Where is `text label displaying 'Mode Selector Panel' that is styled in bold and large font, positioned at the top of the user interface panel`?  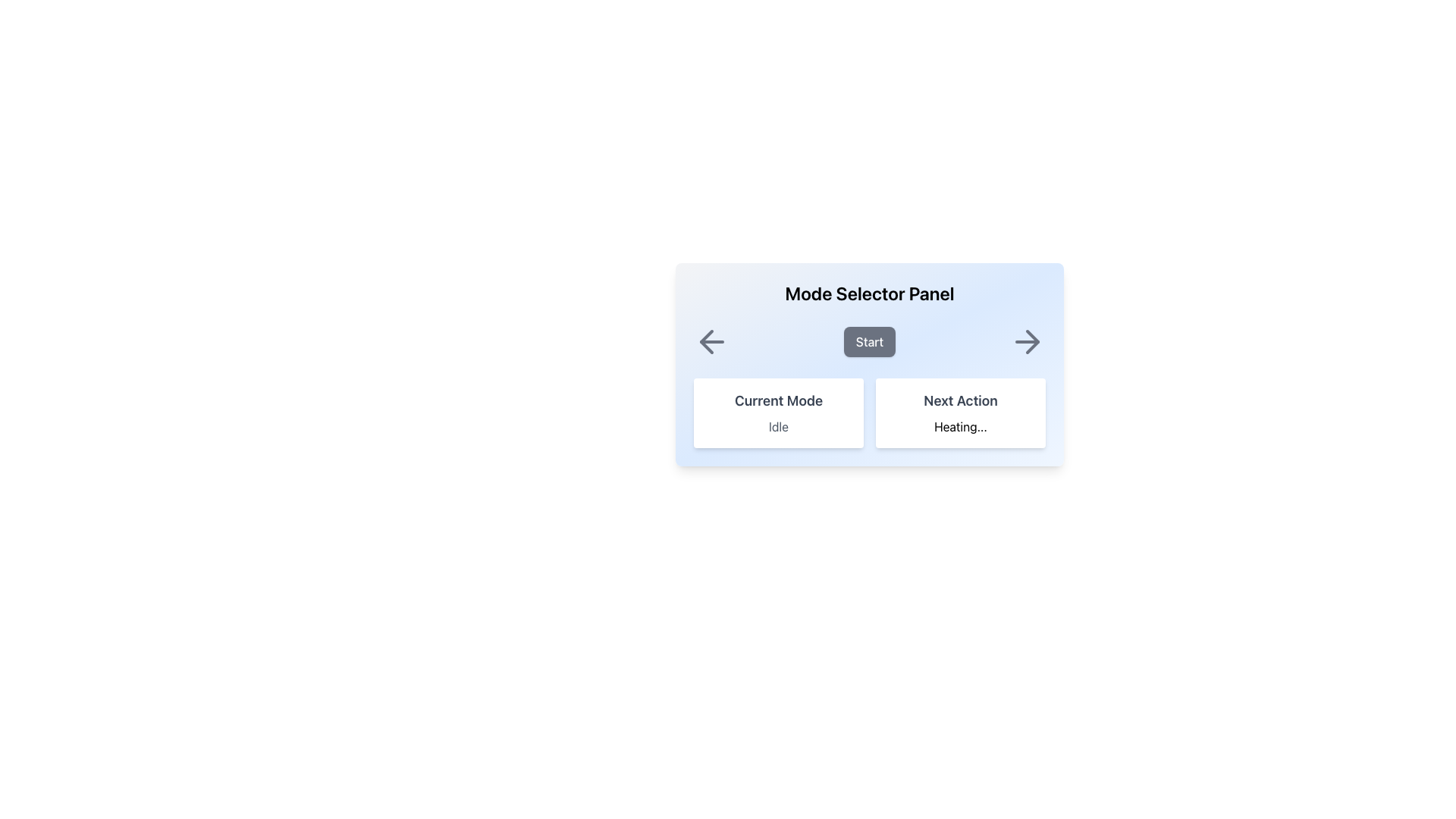 text label displaying 'Mode Selector Panel' that is styled in bold and large font, positioned at the top of the user interface panel is located at coordinates (870, 293).